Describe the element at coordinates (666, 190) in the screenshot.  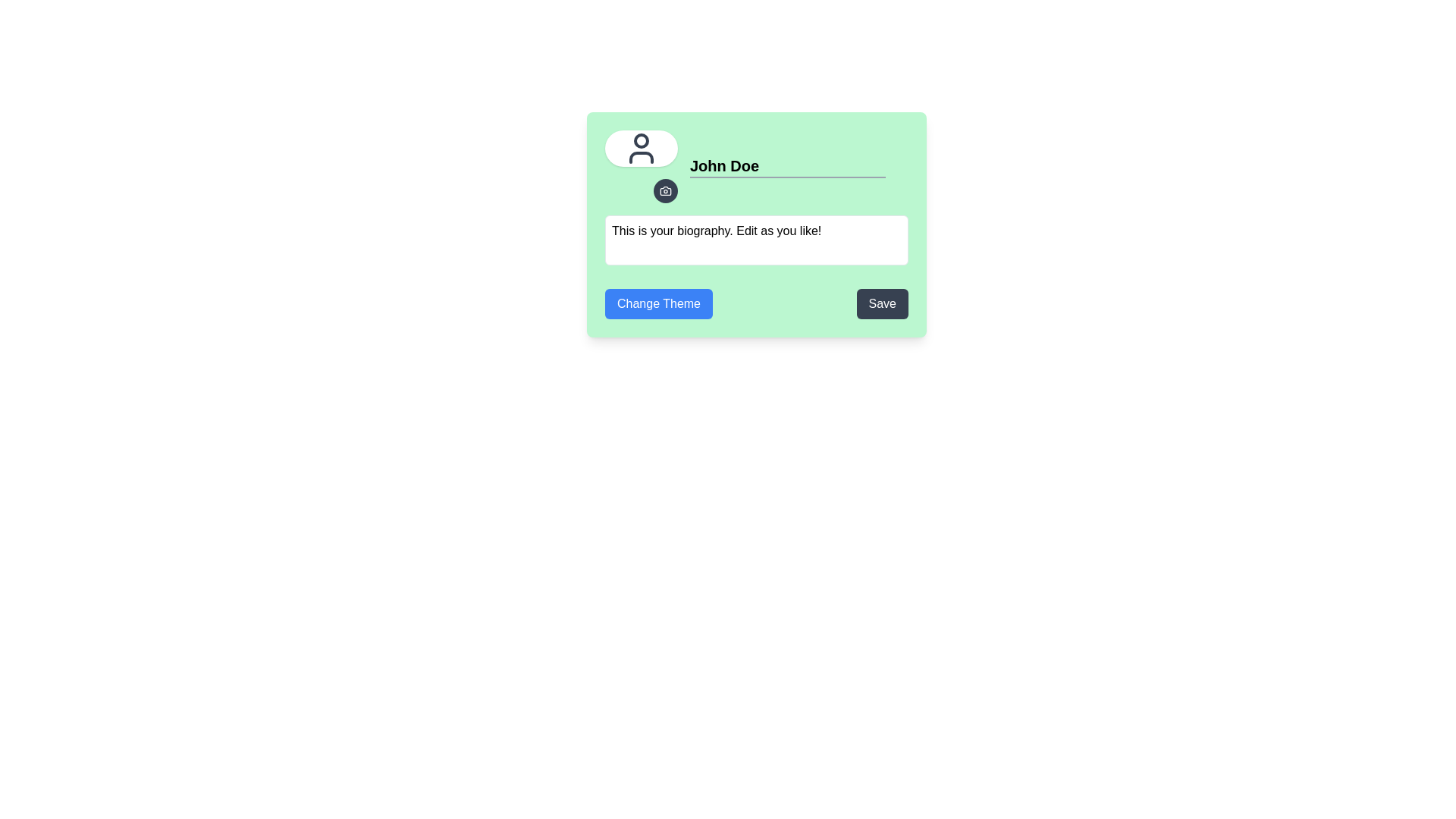
I see `the icon within the circular button located beneath the user's name to initiate the profile picture update` at that location.